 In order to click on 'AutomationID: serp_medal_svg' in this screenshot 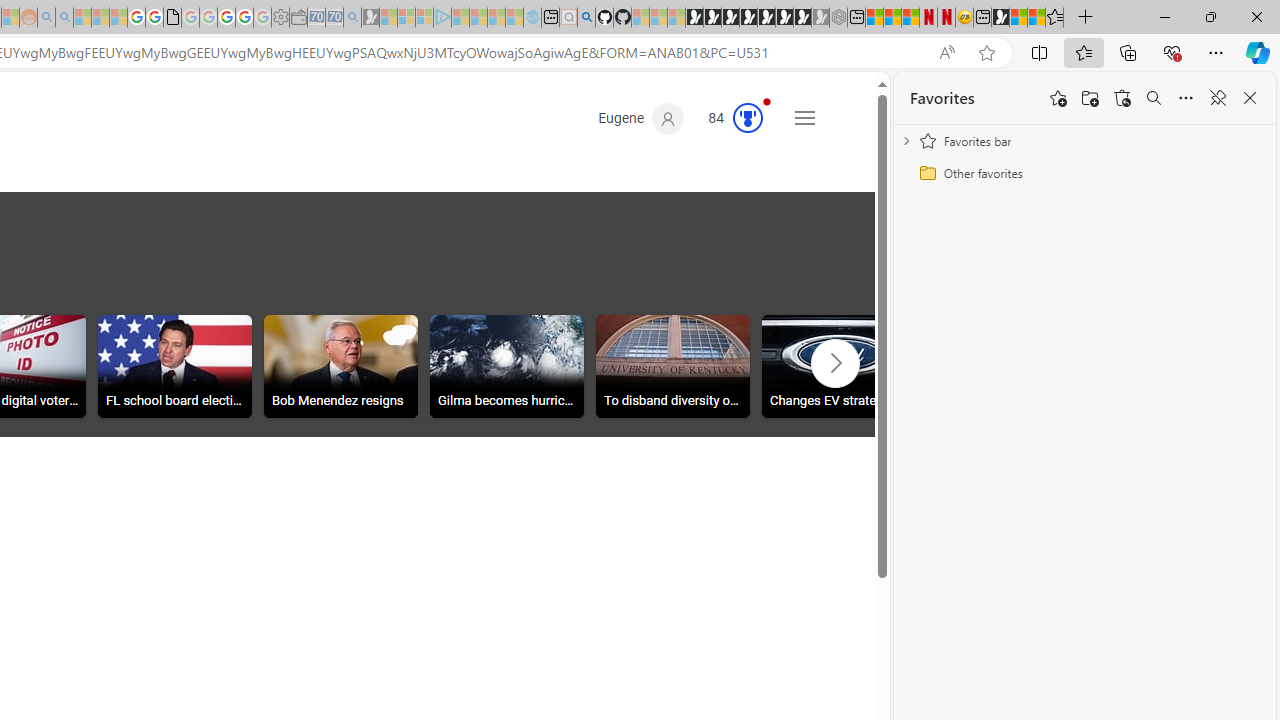, I will do `click(747, 118)`.